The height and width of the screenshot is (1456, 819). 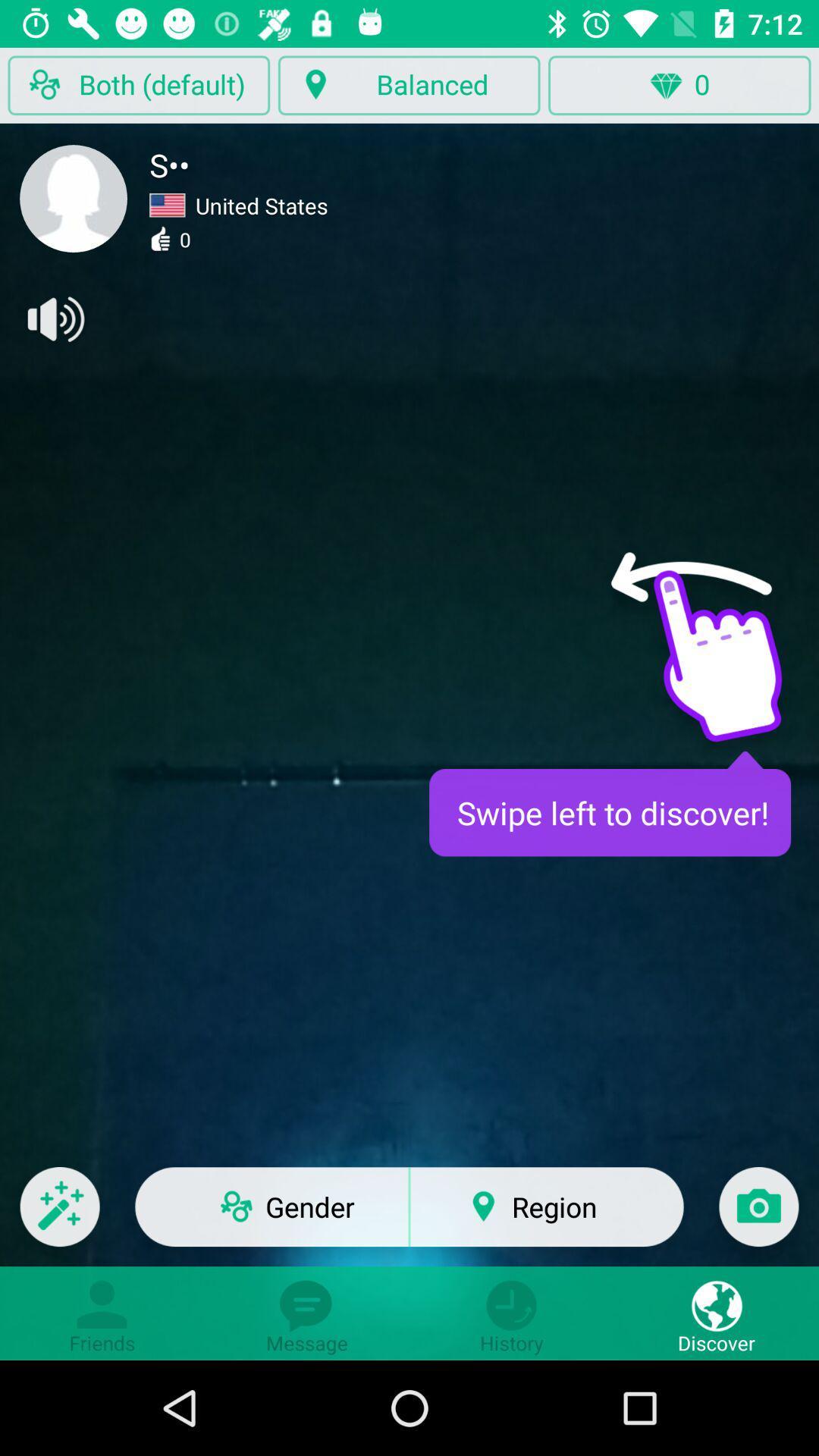 I want to click on take a picture, so click(x=758, y=1216).